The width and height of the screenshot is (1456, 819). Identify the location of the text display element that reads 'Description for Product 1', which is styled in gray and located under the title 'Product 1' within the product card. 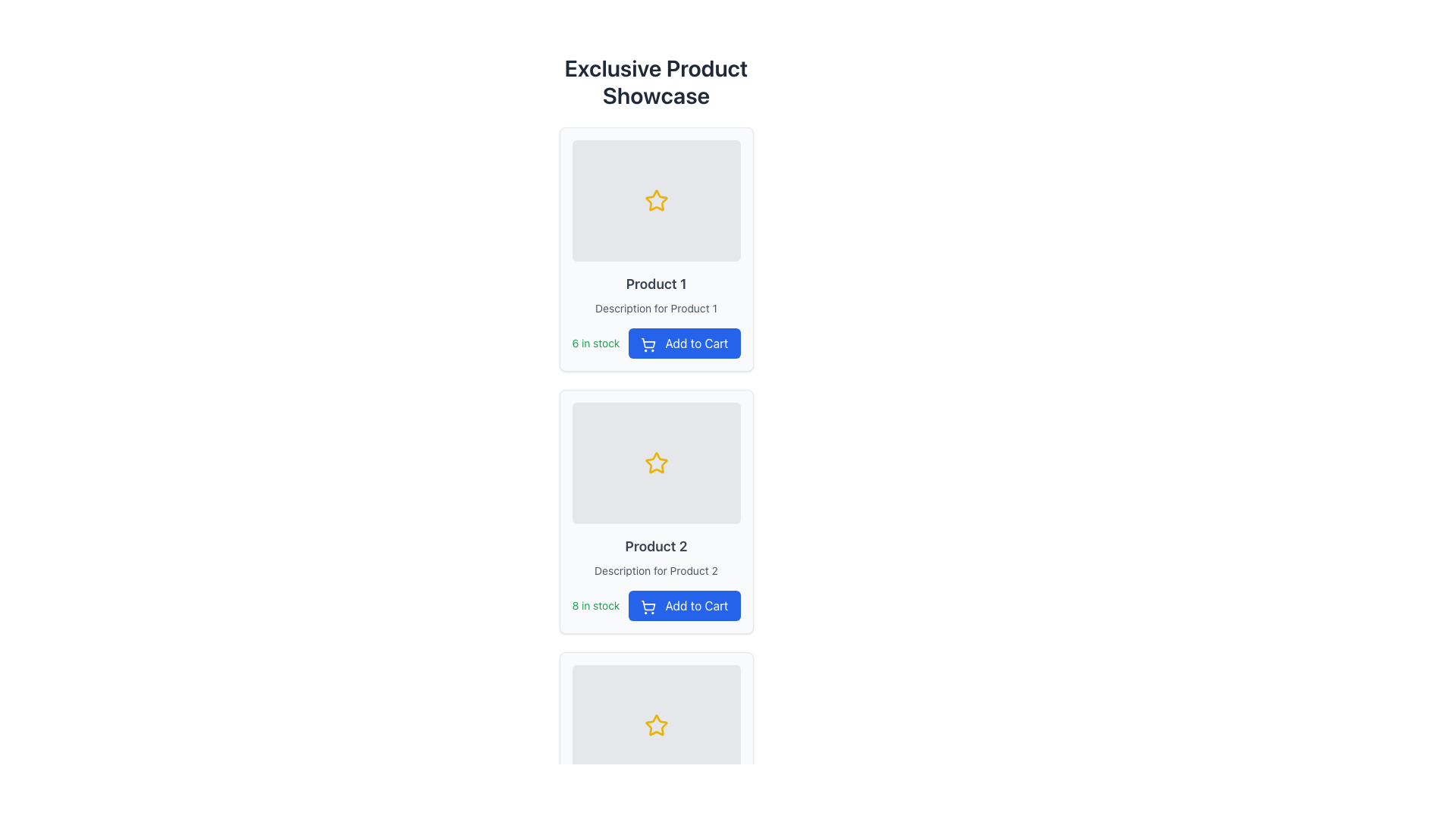
(656, 308).